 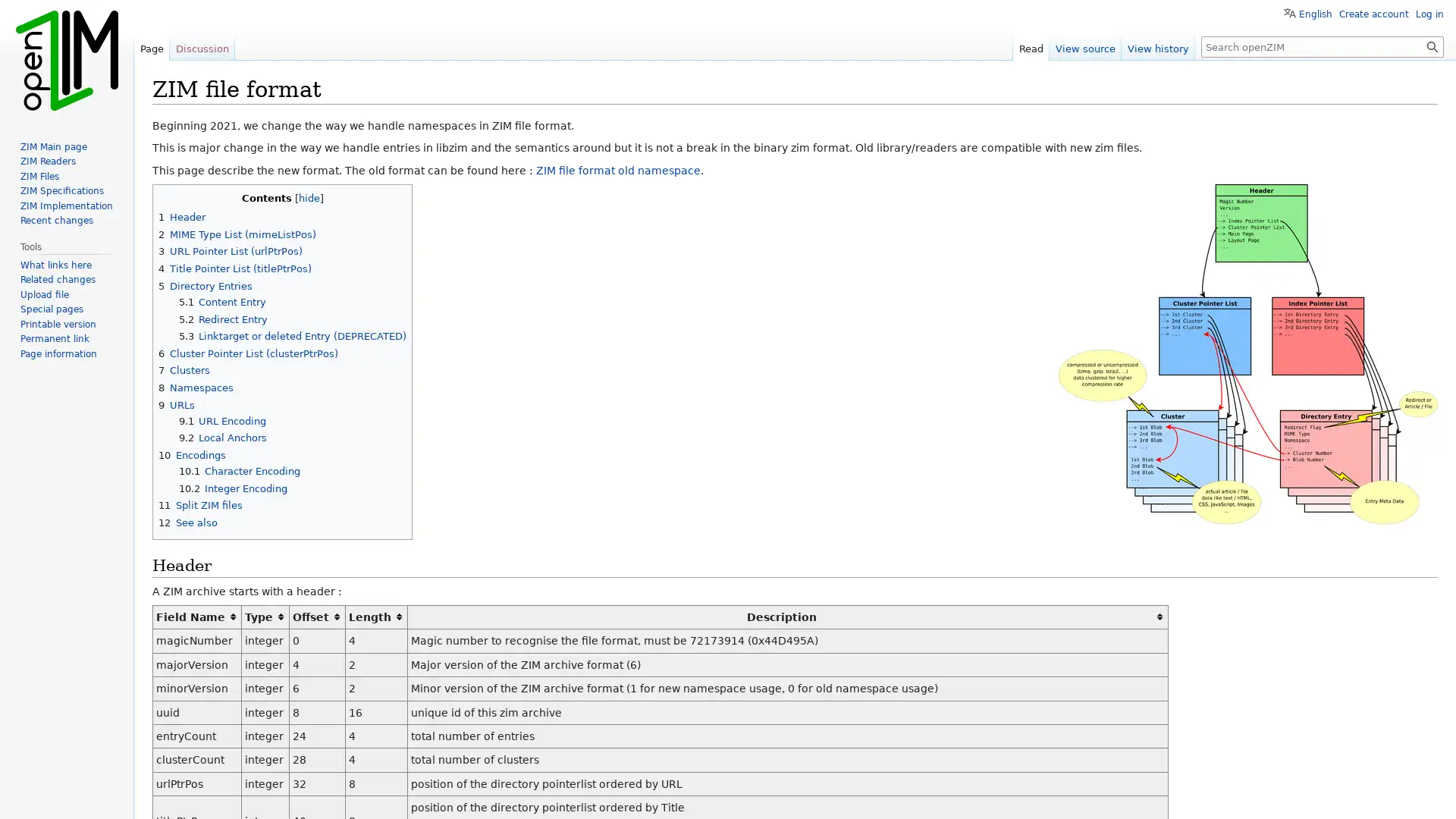 What do you see at coordinates (1432, 45) in the screenshot?
I see `Search` at bounding box center [1432, 45].